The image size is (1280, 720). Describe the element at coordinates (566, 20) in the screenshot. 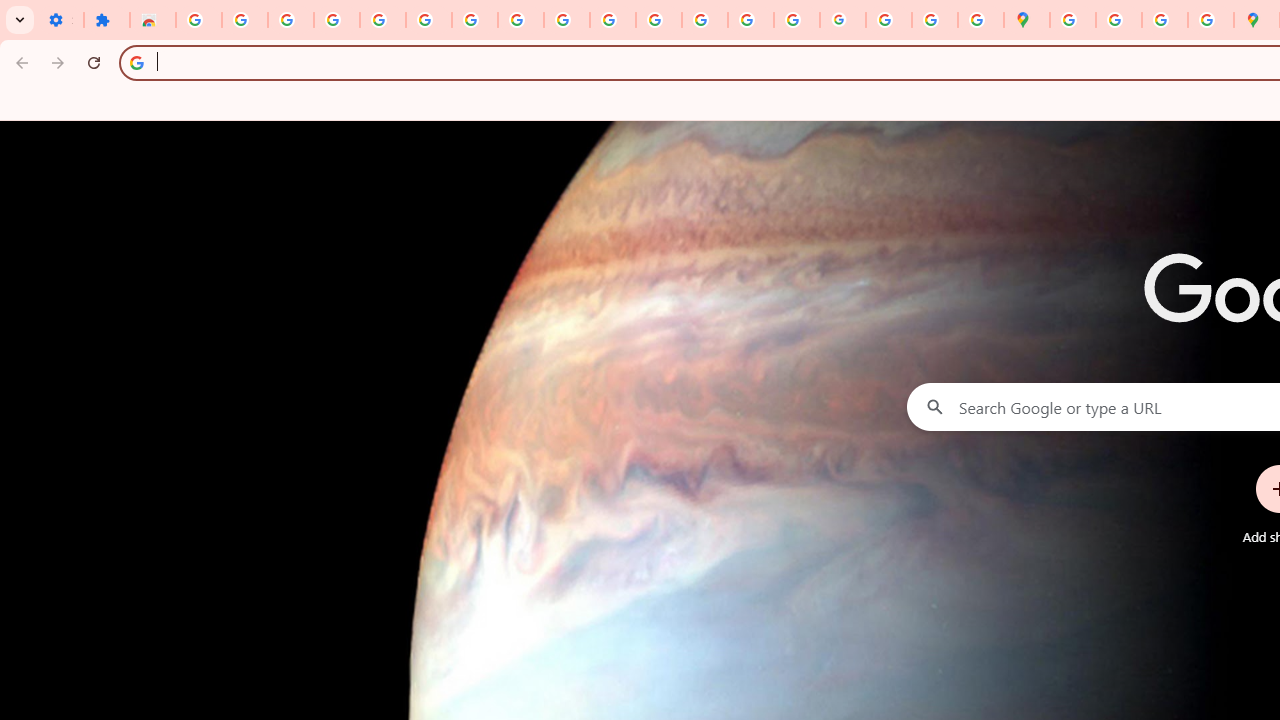

I see `'YouTube'` at that location.